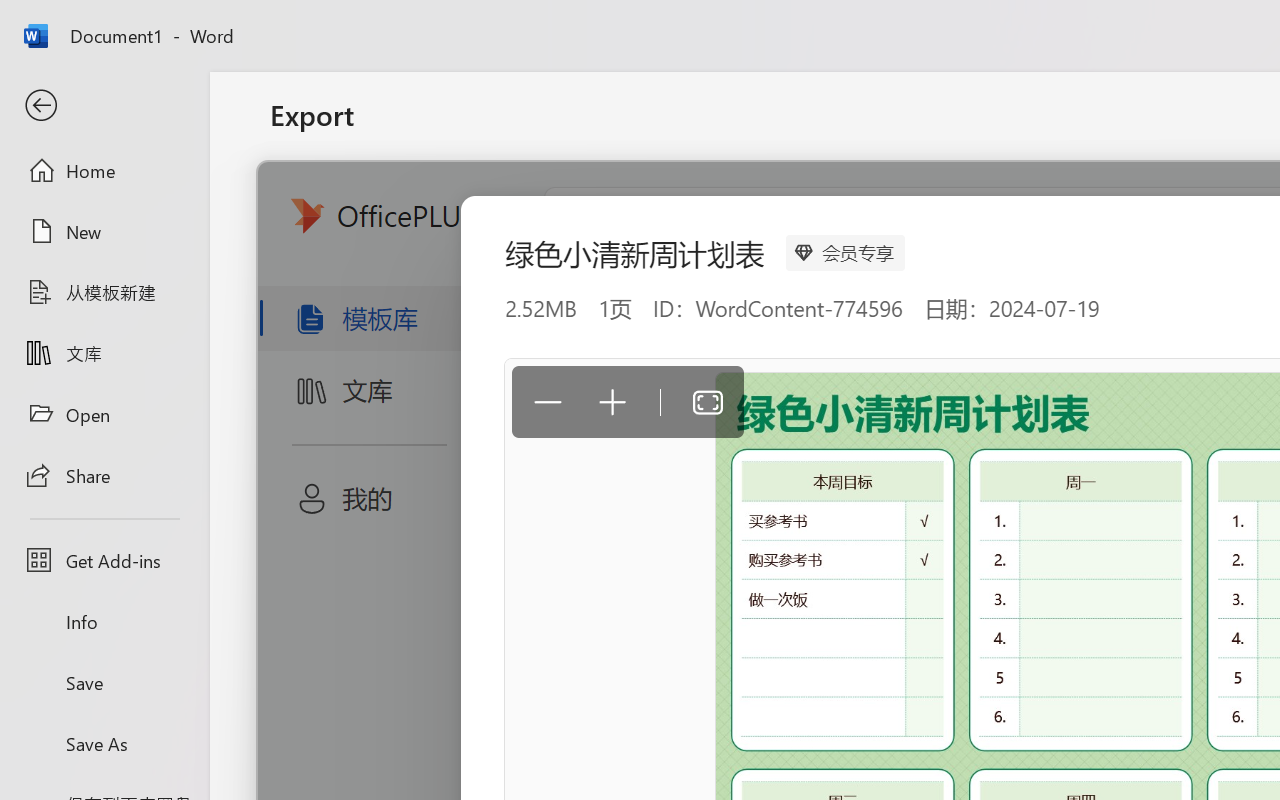 Image resolution: width=1280 pixels, height=800 pixels. I want to click on 'Info', so click(103, 621).